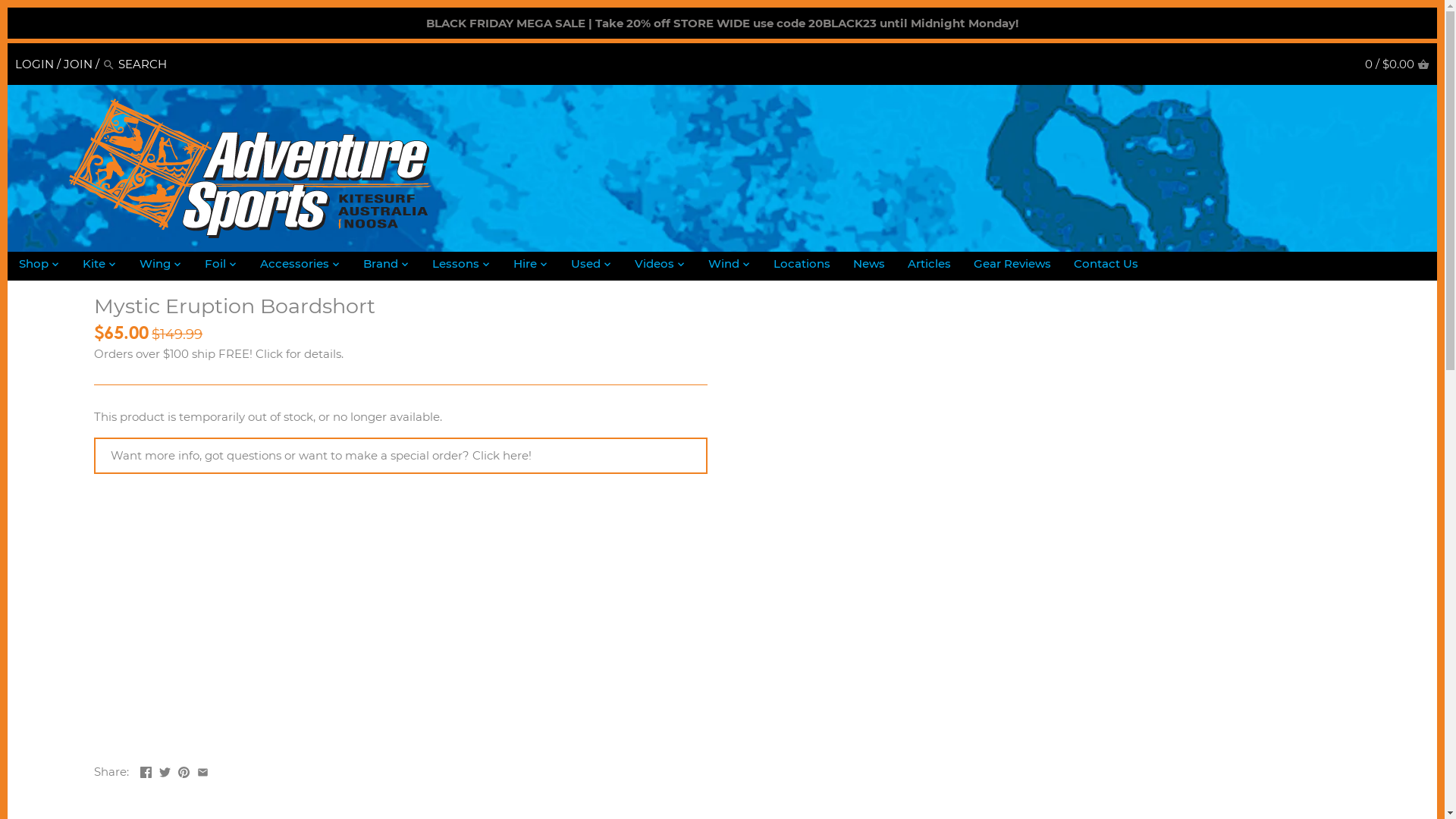 The width and height of the screenshot is (1456, 819). What do you see at coordinates (869, 265) in the screenshot?
I see `'News'` at bounding box center [869, 265].